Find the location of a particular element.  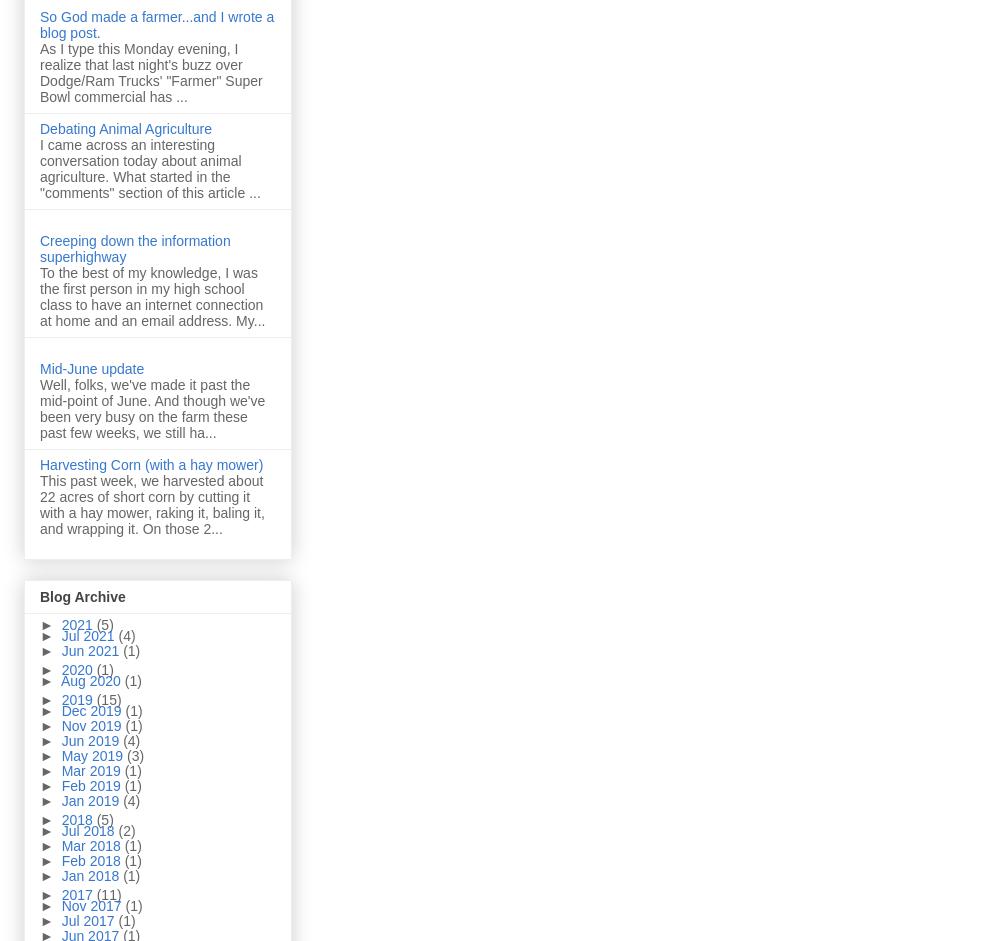

'Debating Animal Agriculture' is located at coordinates (126, 128).